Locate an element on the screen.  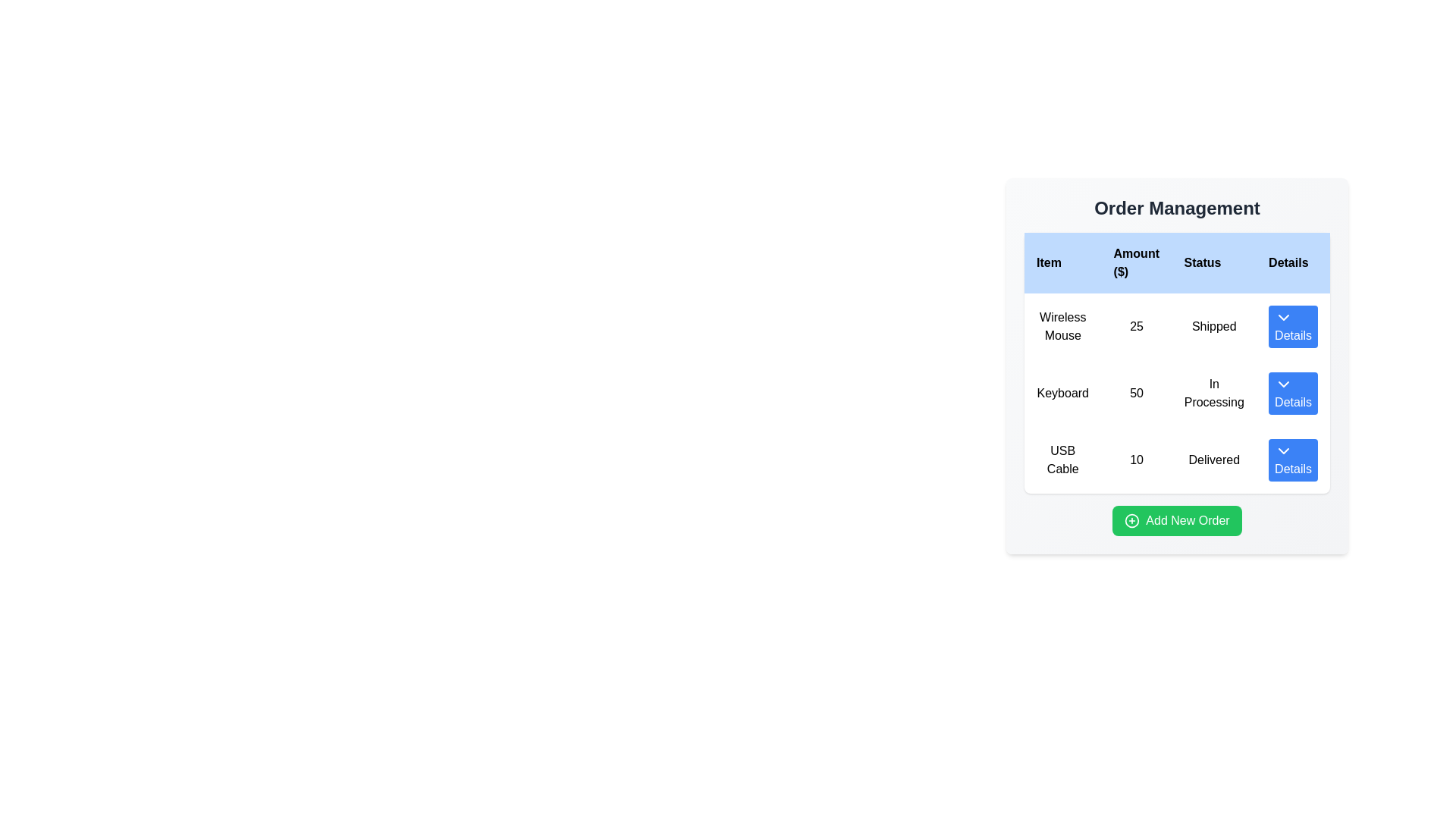
the circular 'plus' icon representing the action is located at coordinates (1132, 519).